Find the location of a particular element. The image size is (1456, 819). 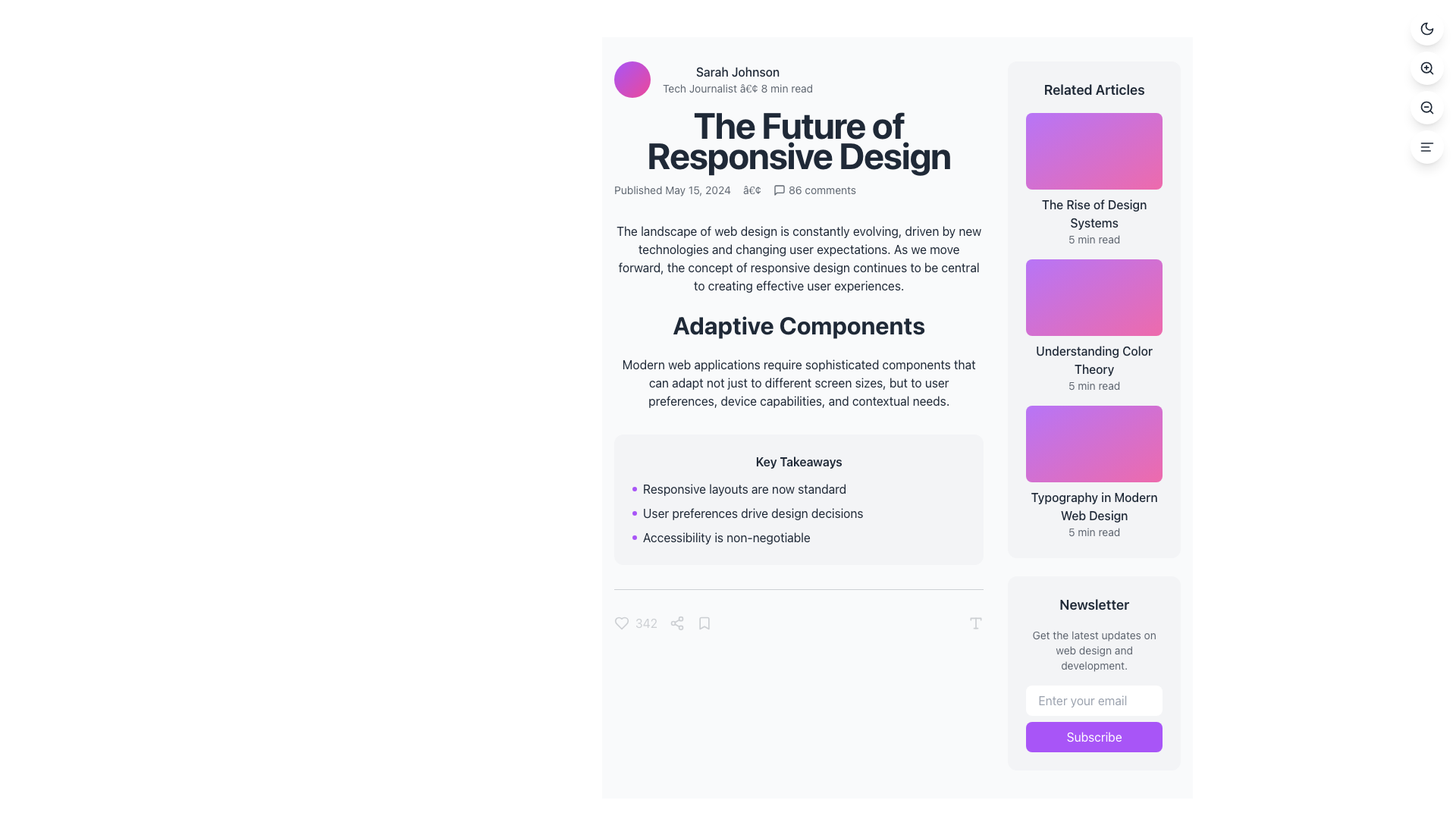

the comment count text element located at the top-right section of the article's heading area, which follows the comment icon is located at coordinates (821, 189).